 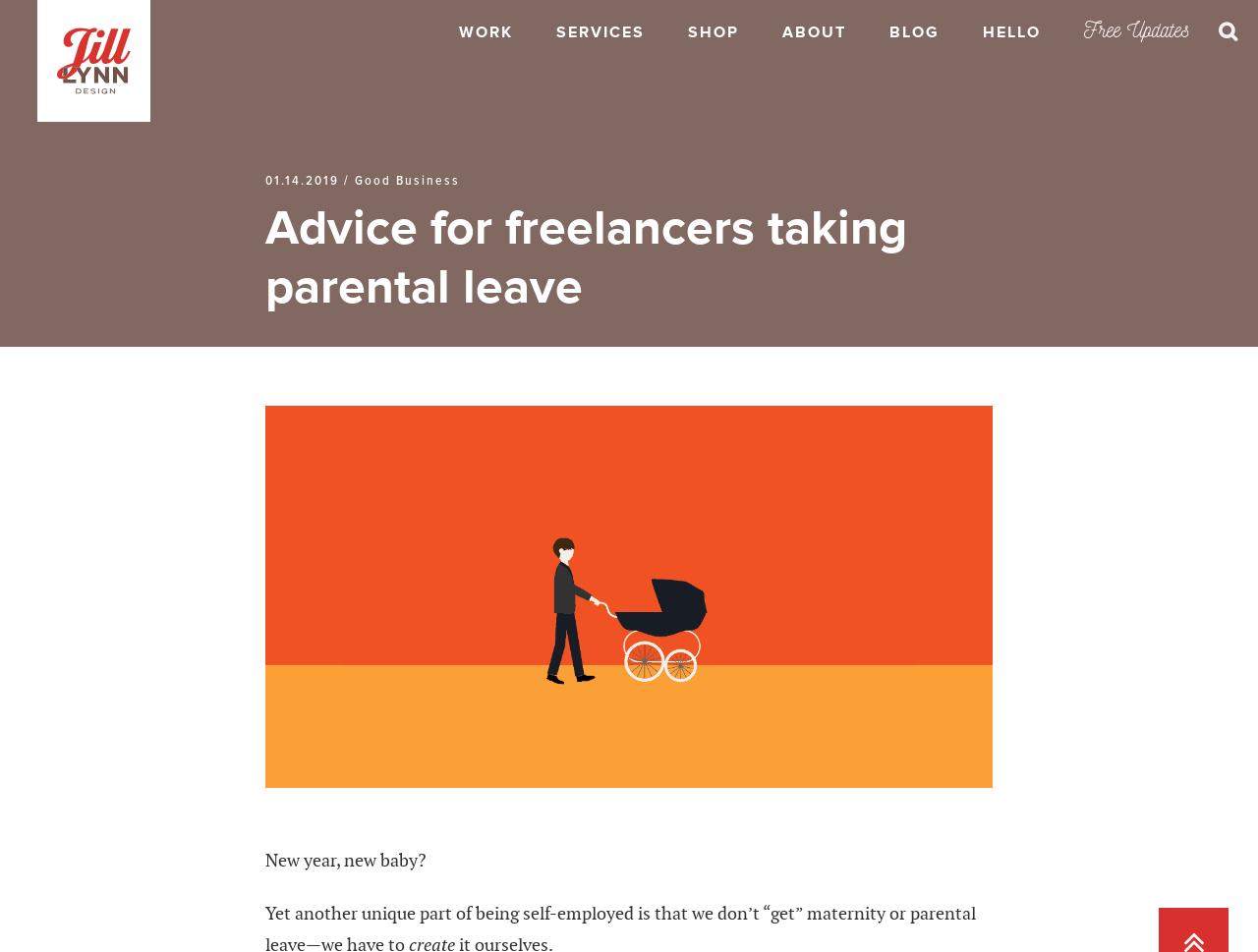 I want to click on 'Services', so click(x=555, y=32).